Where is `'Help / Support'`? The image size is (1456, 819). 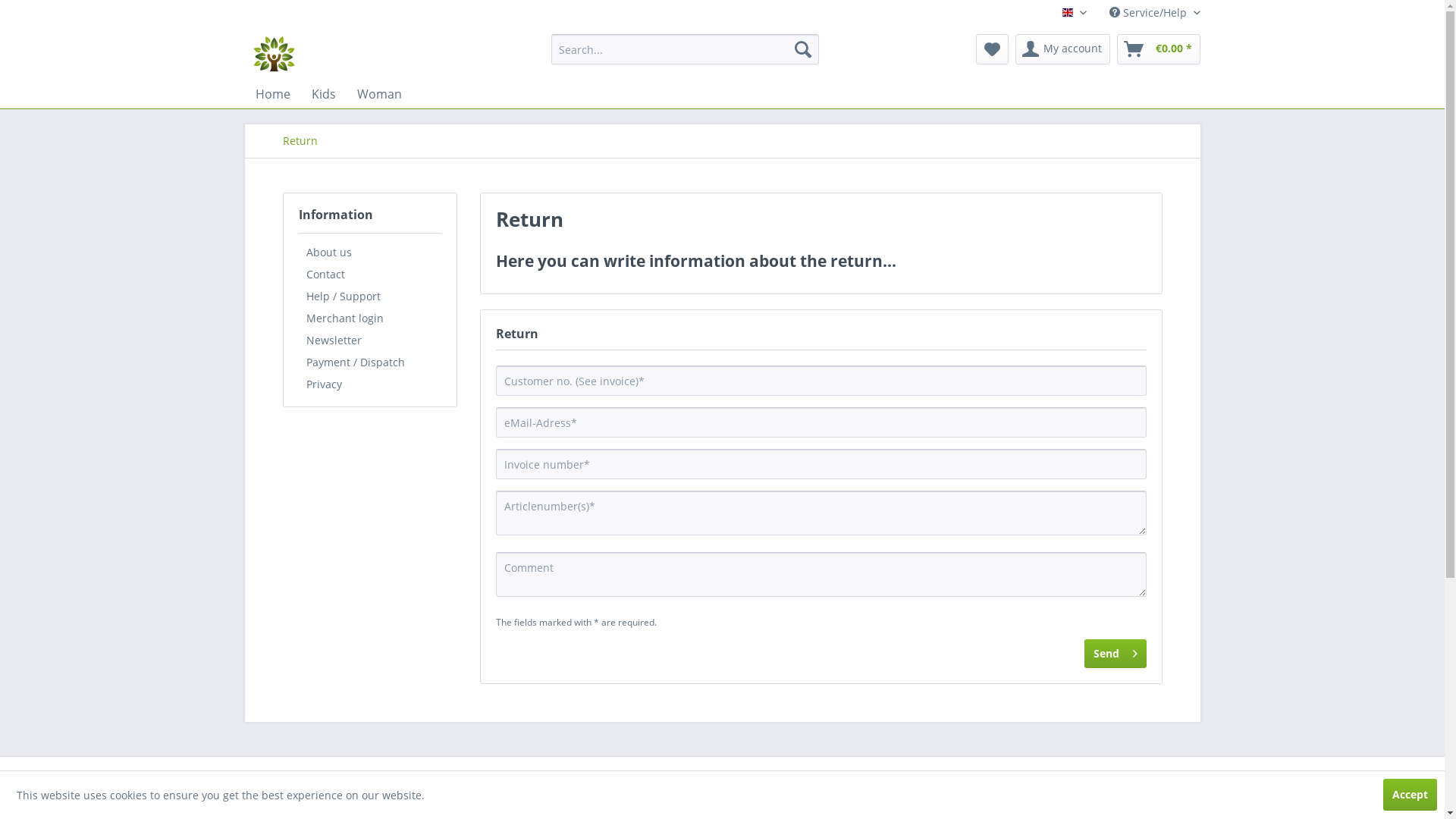
'Help / Support' is located at coordinates (370, 296).